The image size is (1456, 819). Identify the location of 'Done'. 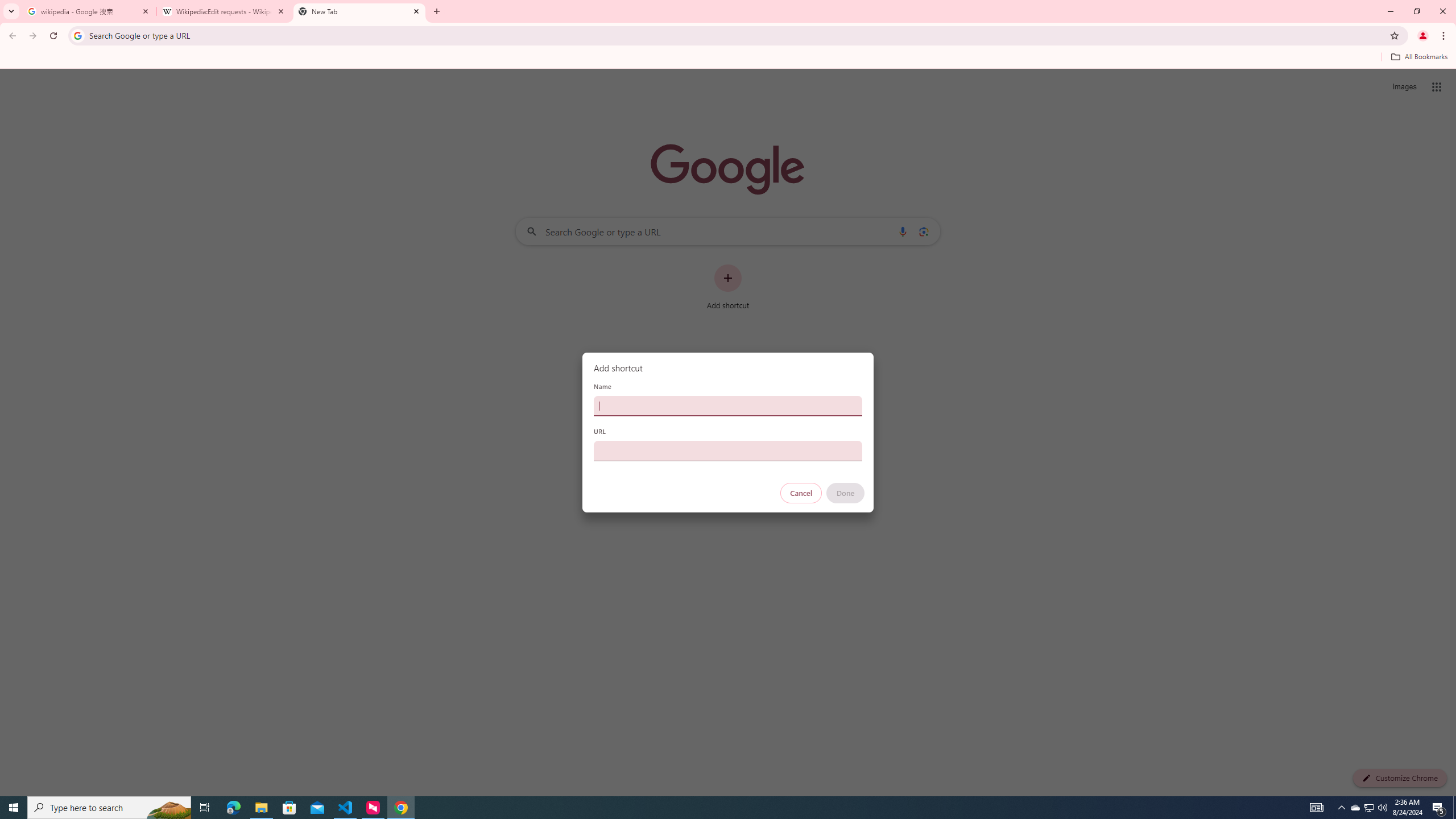
(846, 493).